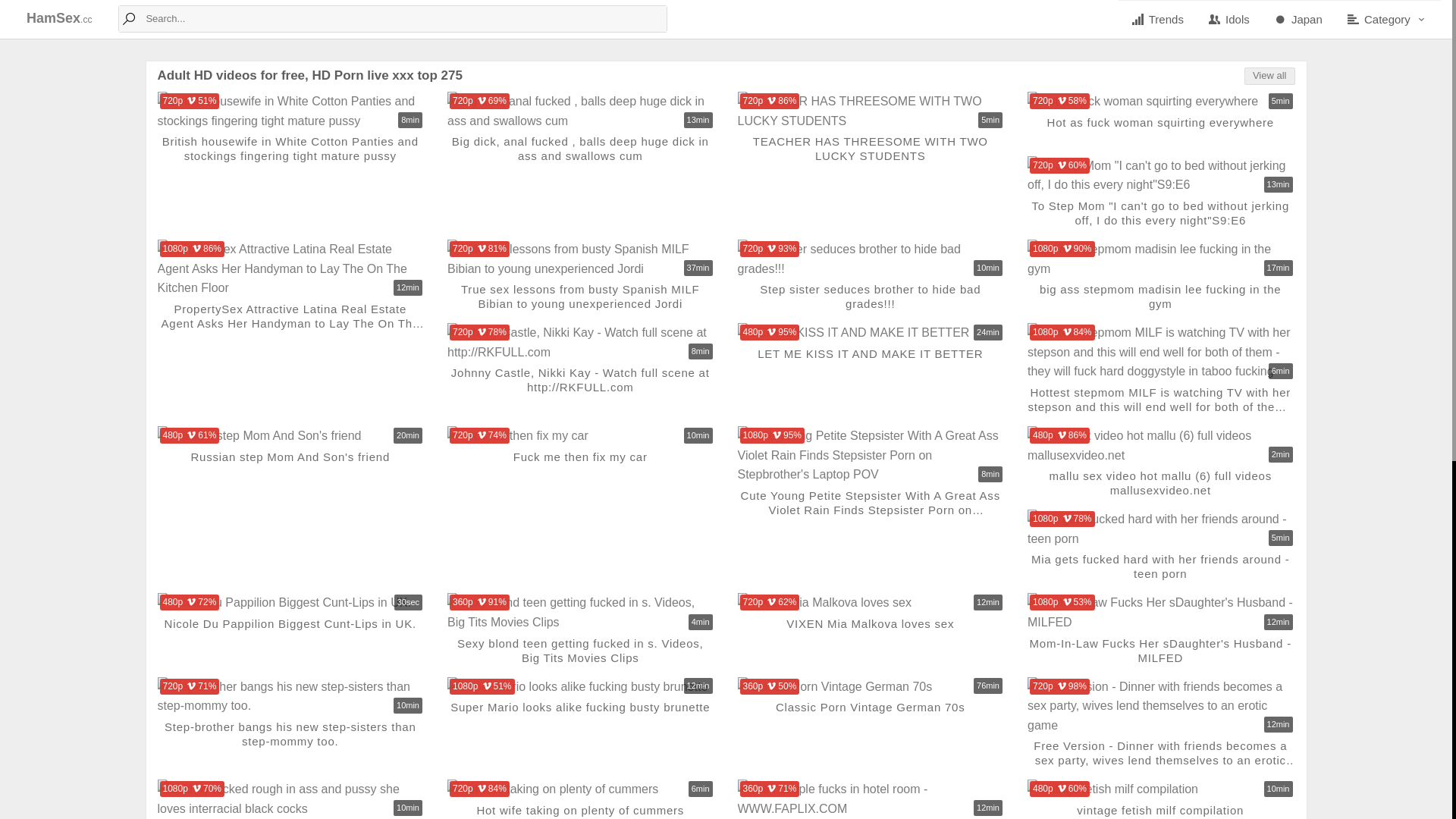 This screenshot has height=819, width=1456. I want to click on 'VIXEN Mia Malkova loves sex', so click(871, 601).